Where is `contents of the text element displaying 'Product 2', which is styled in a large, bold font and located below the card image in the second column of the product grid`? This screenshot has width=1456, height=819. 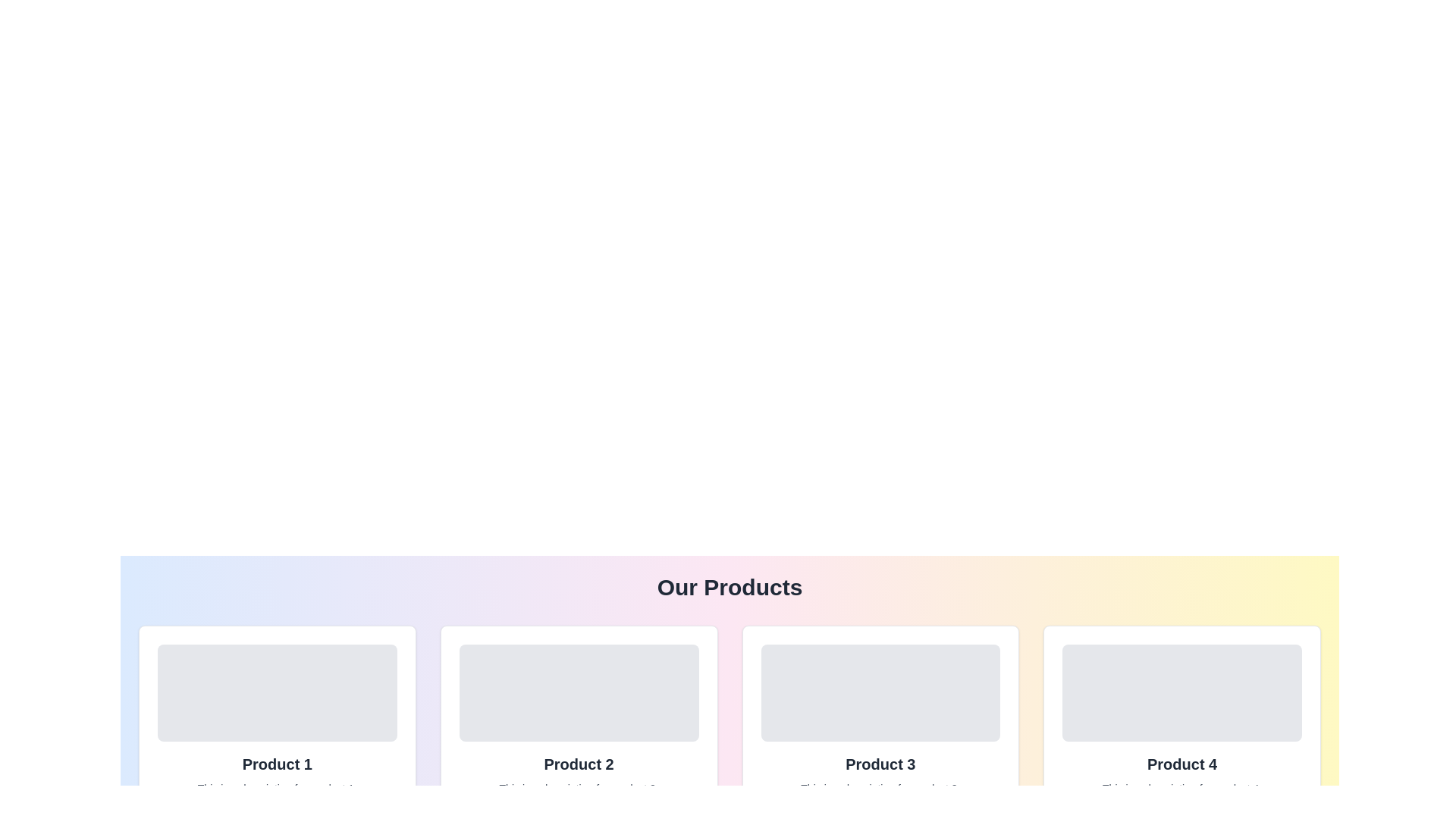
contents of the text element displaying 'Product 2', which is styled in a large, bold font and located below the card image in the second column of the product grid is located at coordinates (578, 764).